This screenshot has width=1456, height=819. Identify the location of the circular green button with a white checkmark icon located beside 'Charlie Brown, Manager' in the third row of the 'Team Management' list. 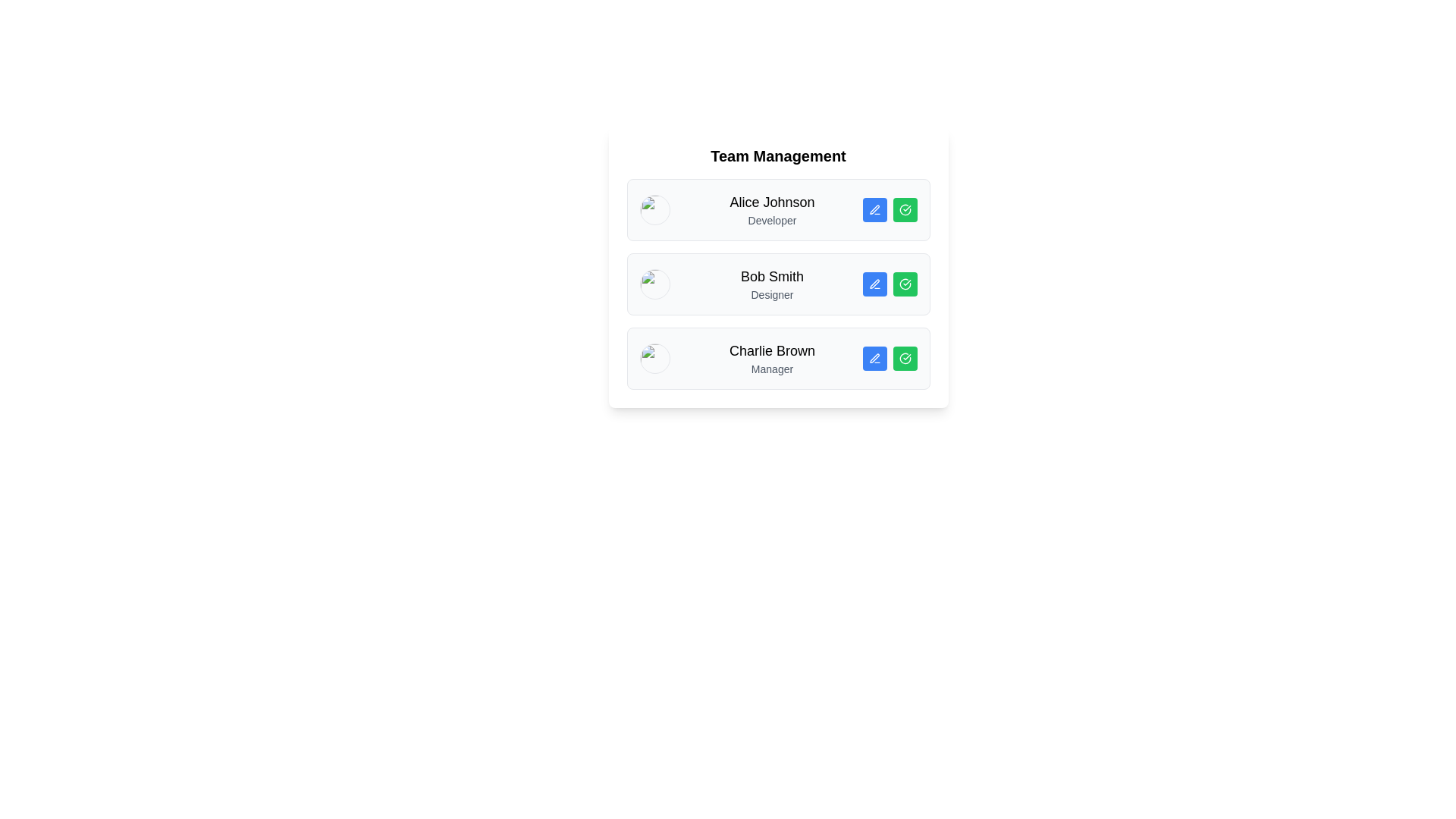
(905, 359).